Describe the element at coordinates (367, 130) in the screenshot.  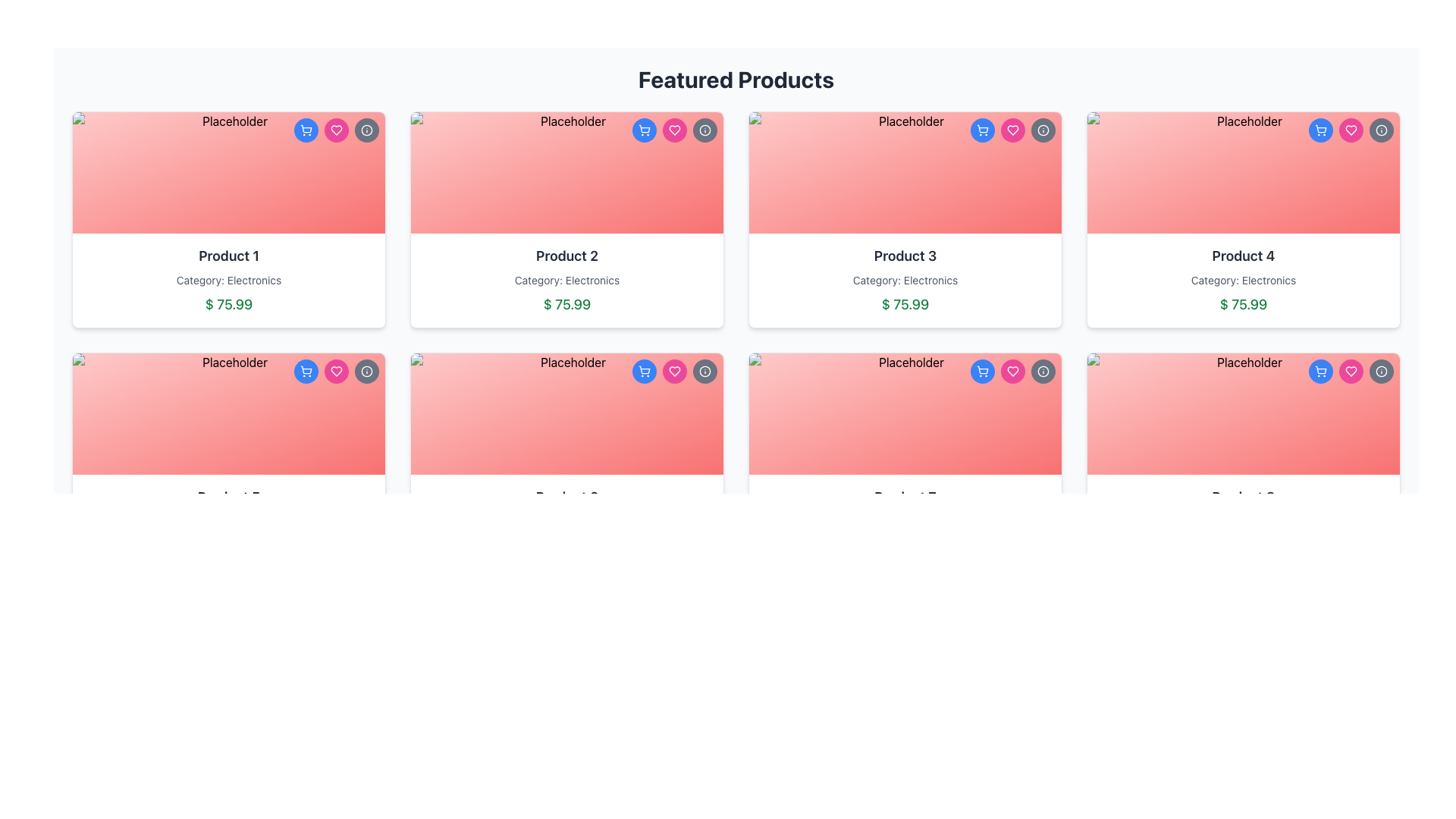
I see `the circular button with a gray background and white border containing an information symbol, located at the top-right corner of the 'Product 1' card` at that location.